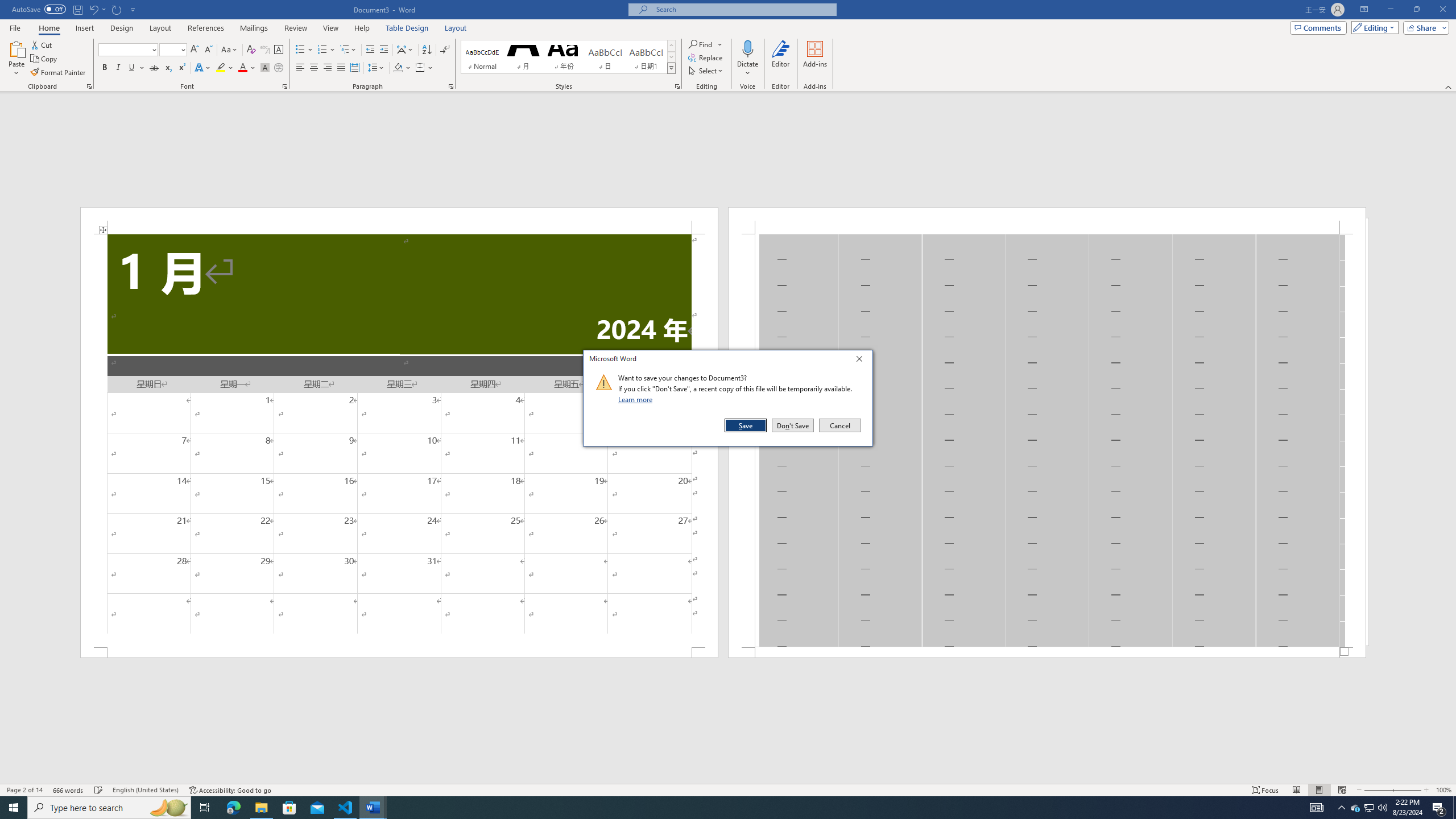  Describe the element at coordinates (97, 9) in the screenshot. I see `'Undo Apply Quick Style'` at that location.